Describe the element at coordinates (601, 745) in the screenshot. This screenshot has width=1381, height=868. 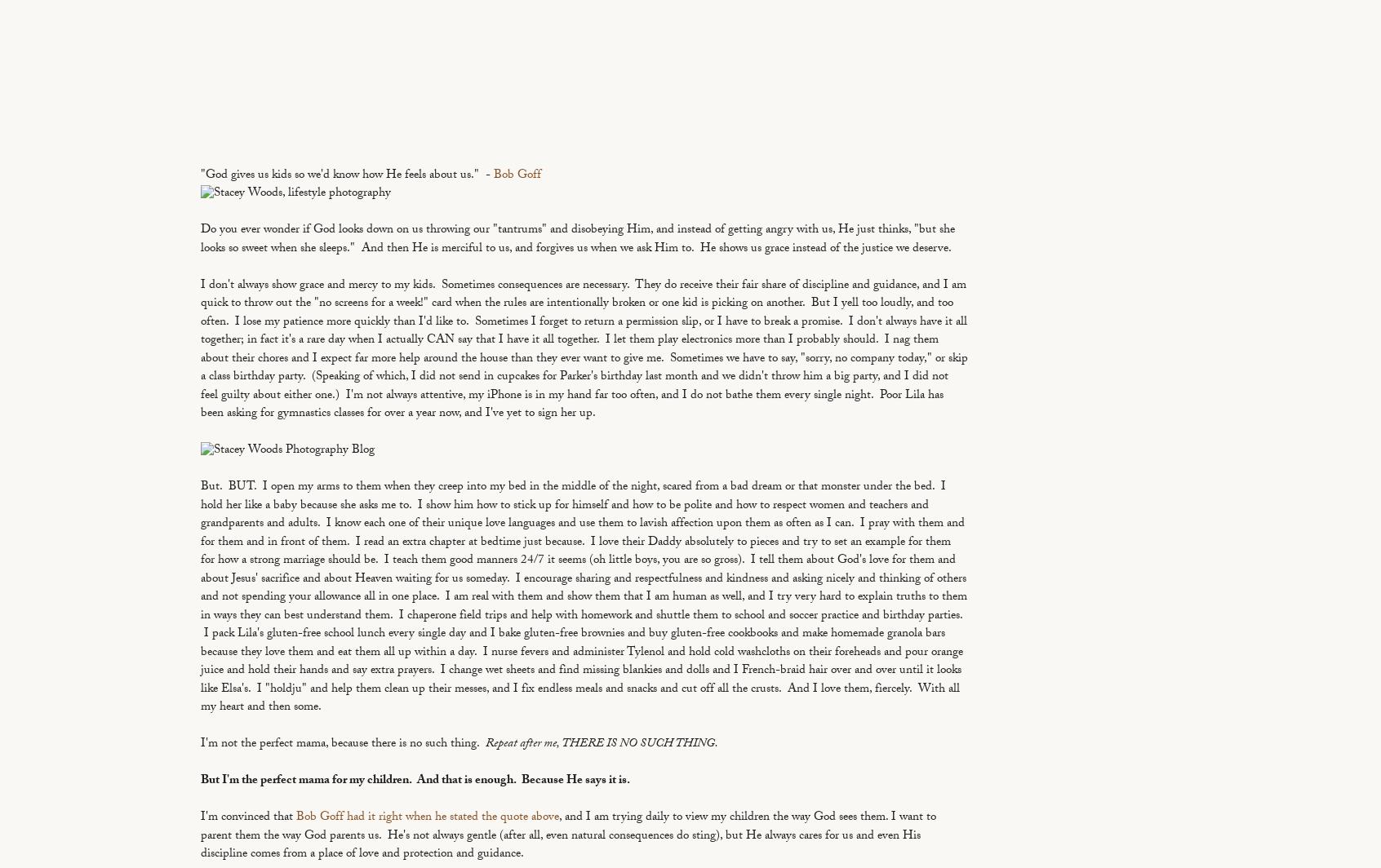
I see `'Repeat after me, THERE IS NO SUCH THING.'` at that location.